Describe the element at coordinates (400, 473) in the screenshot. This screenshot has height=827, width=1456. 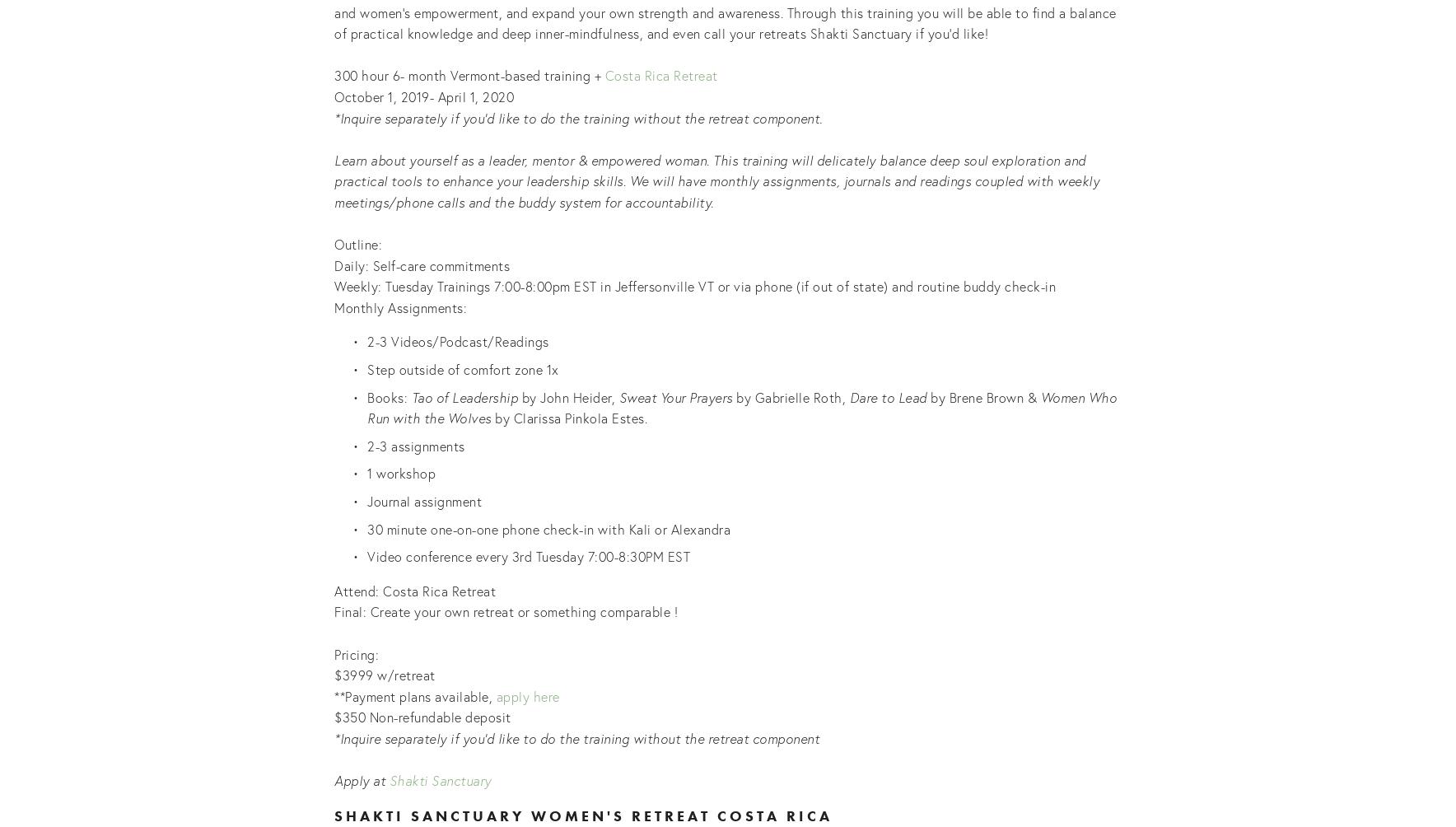
I see `'1 workshop'` at that location.